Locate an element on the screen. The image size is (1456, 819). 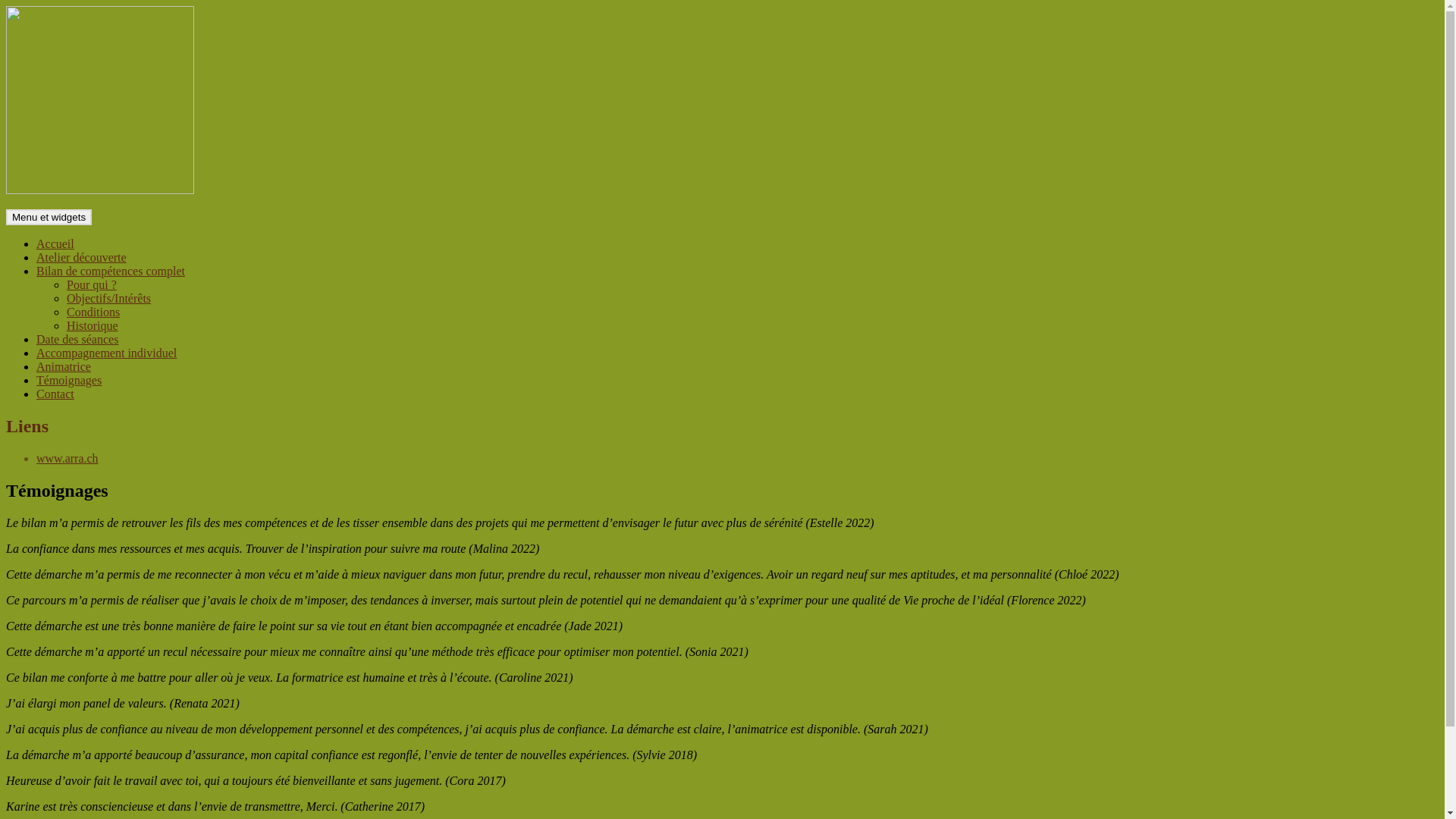
'Animatrice' is located at coordinates (36, 366).